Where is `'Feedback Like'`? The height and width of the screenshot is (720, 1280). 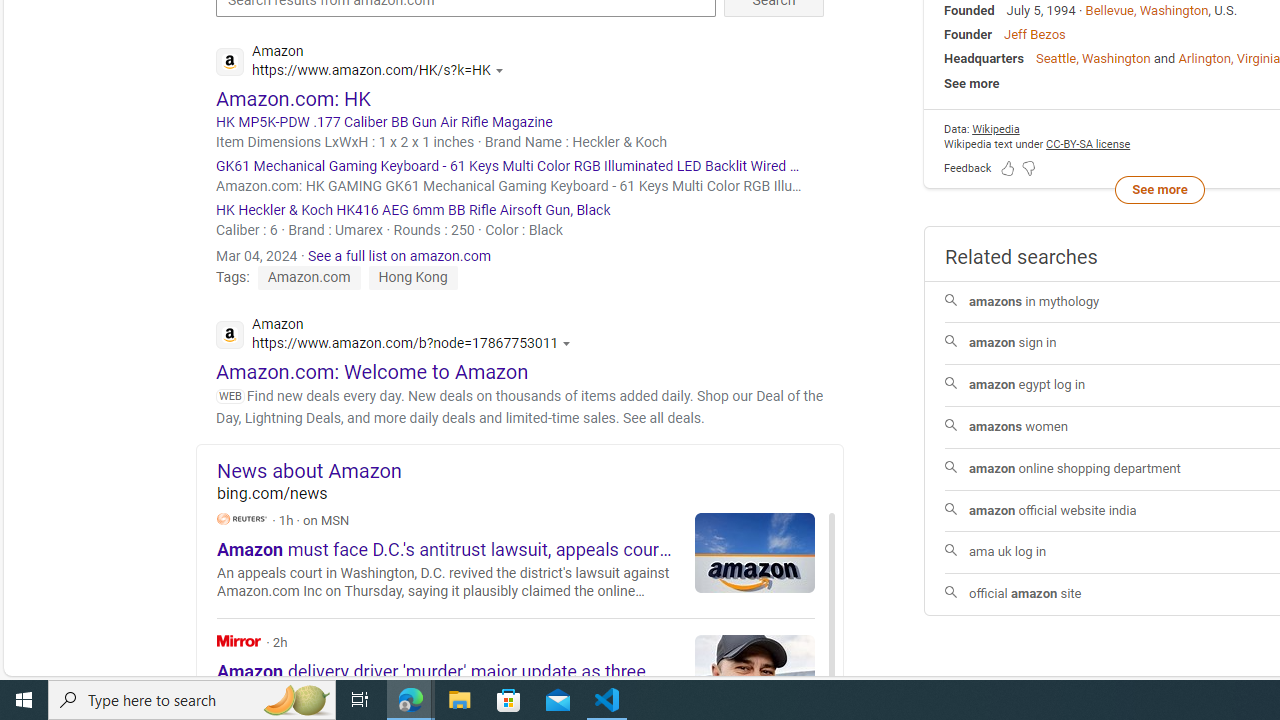 'Feedback Like' is located at coordinates (1008, 166).